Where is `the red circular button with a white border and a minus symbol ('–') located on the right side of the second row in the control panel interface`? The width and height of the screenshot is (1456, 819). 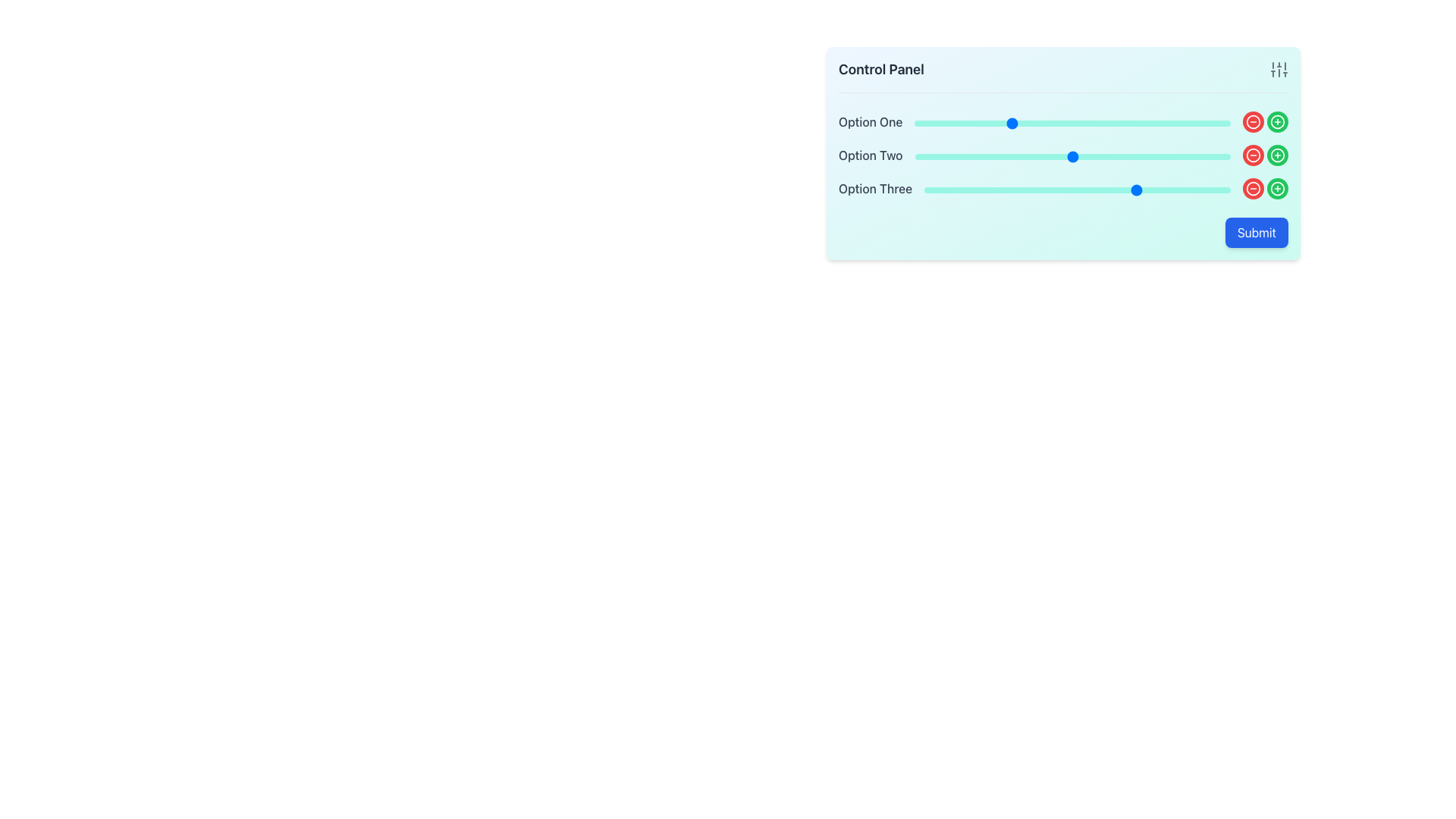 the red circular button with a white border and a minus symbol ('–') located on the right side of the second row in the control panel interface is located at coordinates (1253, 155).